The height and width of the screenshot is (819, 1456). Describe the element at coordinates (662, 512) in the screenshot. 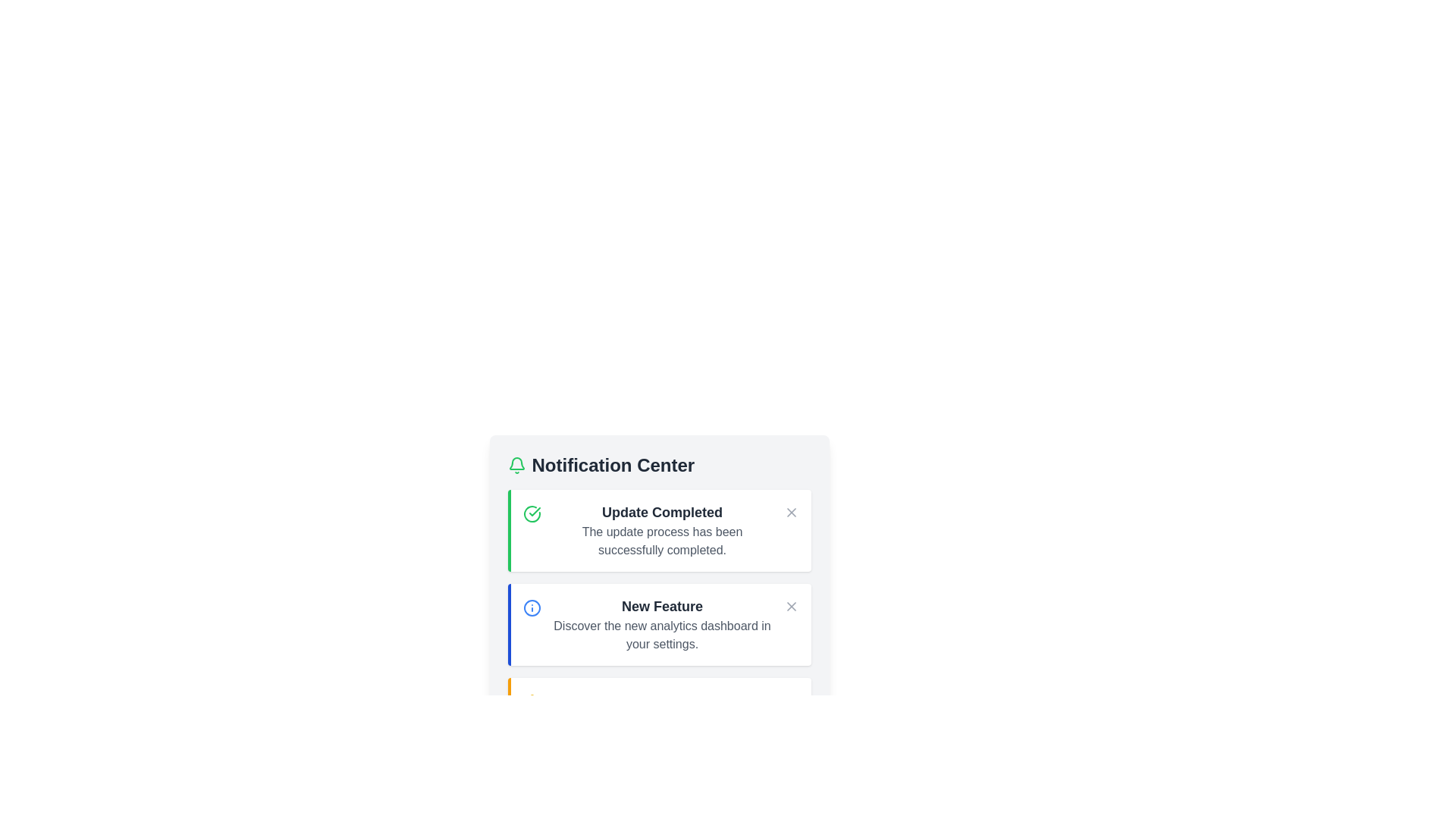

I see `title text label indicating the successful completion of the update process located at the top of the notification card` at that location.